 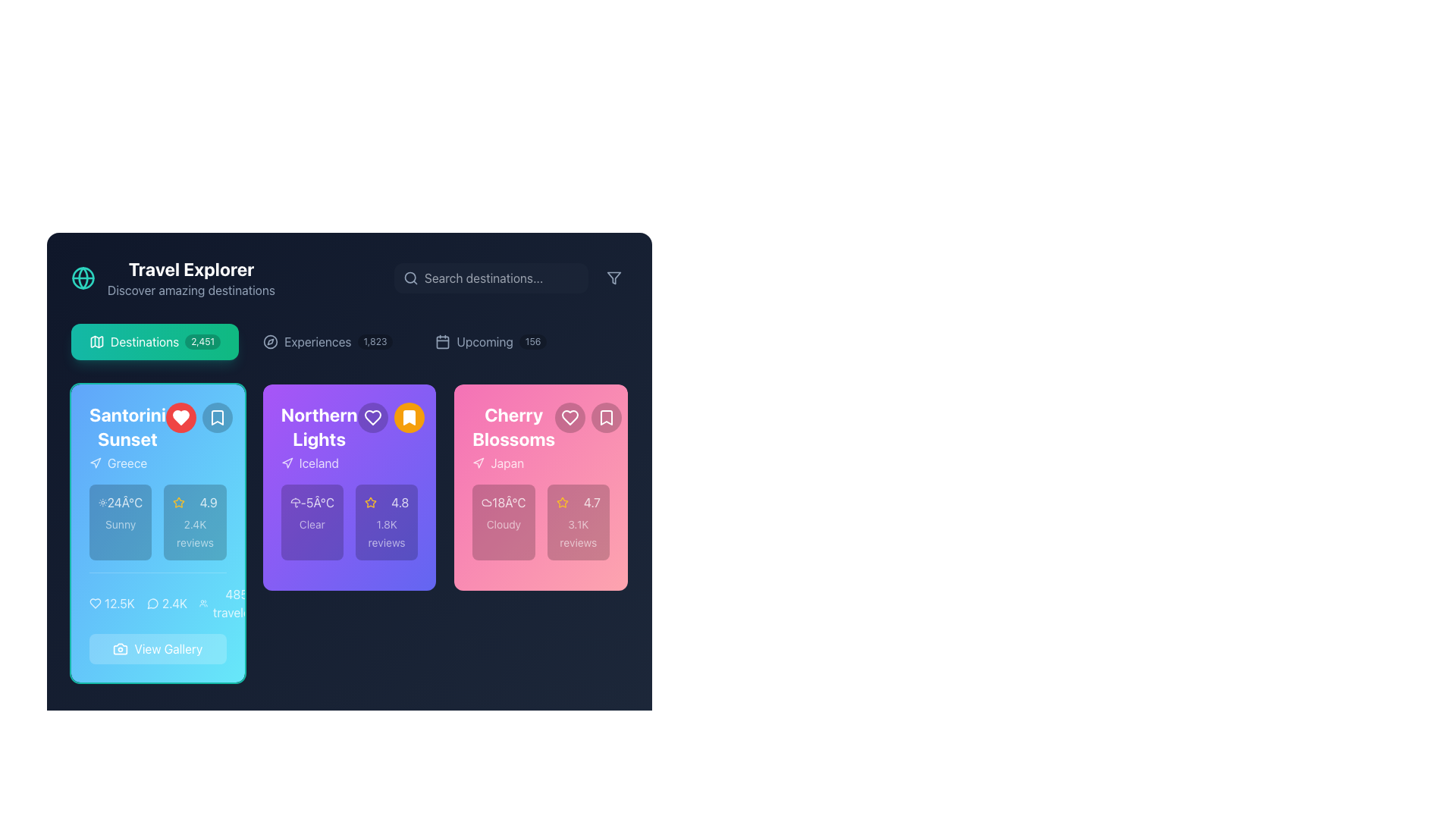 What do you see at coordinates (180, 418) in the screenshot?
I see `the leftmost icon in the top row of the 'Santorini Sunset' card, which represents adding the item to favorites` at bounding box center [180, 418].